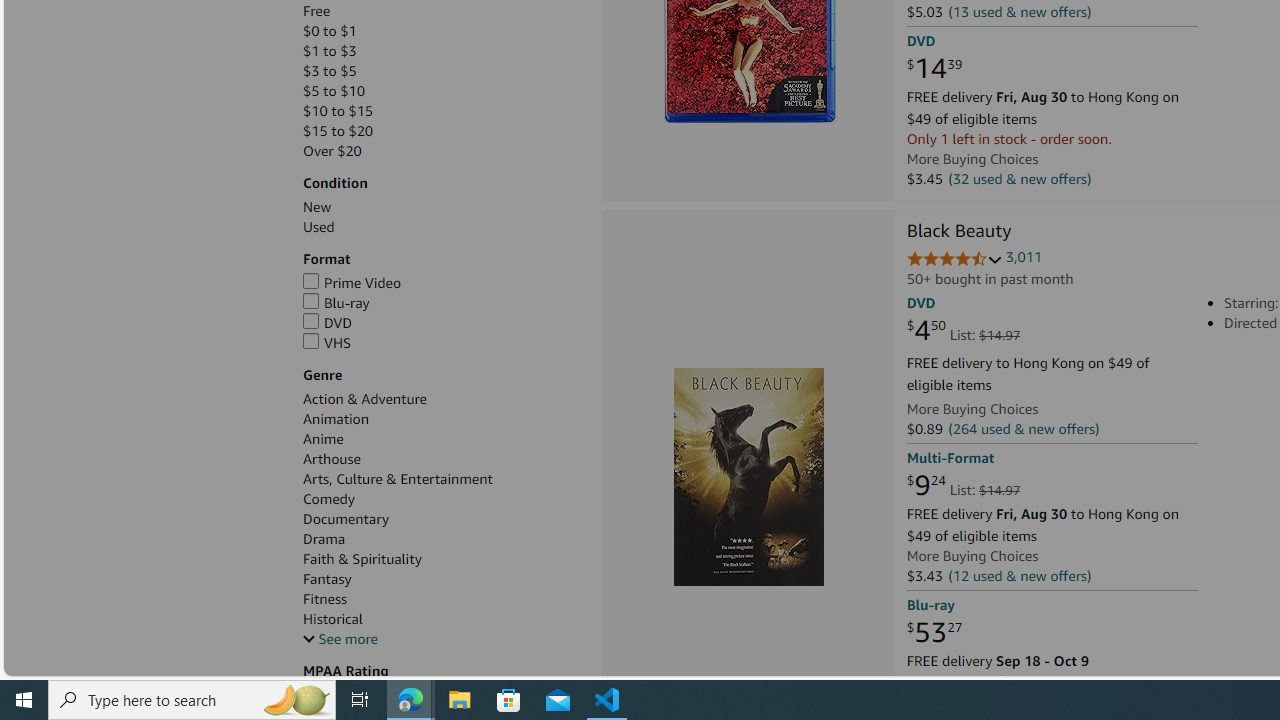 Image resolution: width=1280 pixels, height=720 pixels. What do you see at coordinates (327, 321) in the screenshot?
I see `'DVD'` at bounding box center [327, 321].